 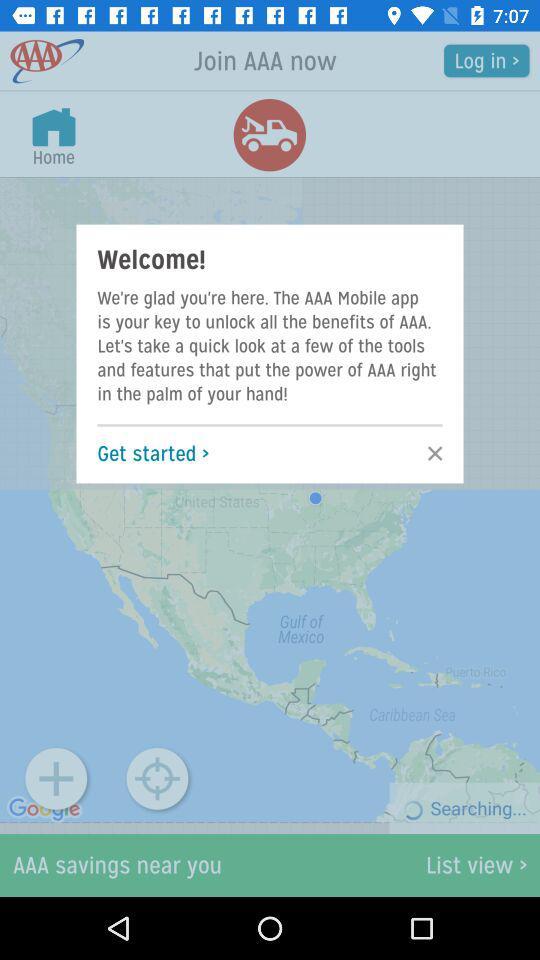 What do you see at coordinates (428, 453) in the screenshot?
I see `the close icon` at bounding box center [428, 453].